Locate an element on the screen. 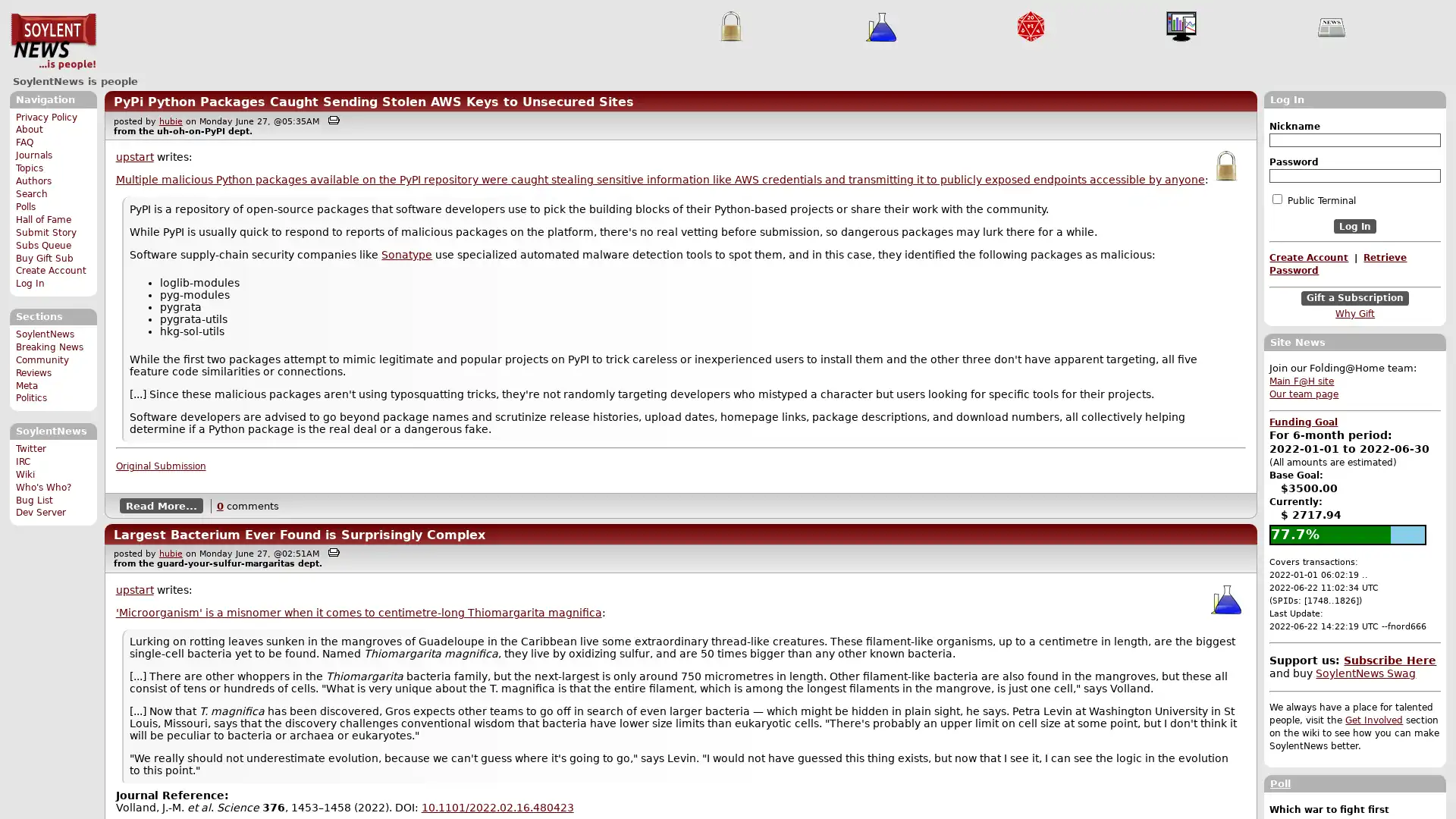 The width and height of the screenshot is (1456, 819). Log In is located at coordinates (1354, 226).